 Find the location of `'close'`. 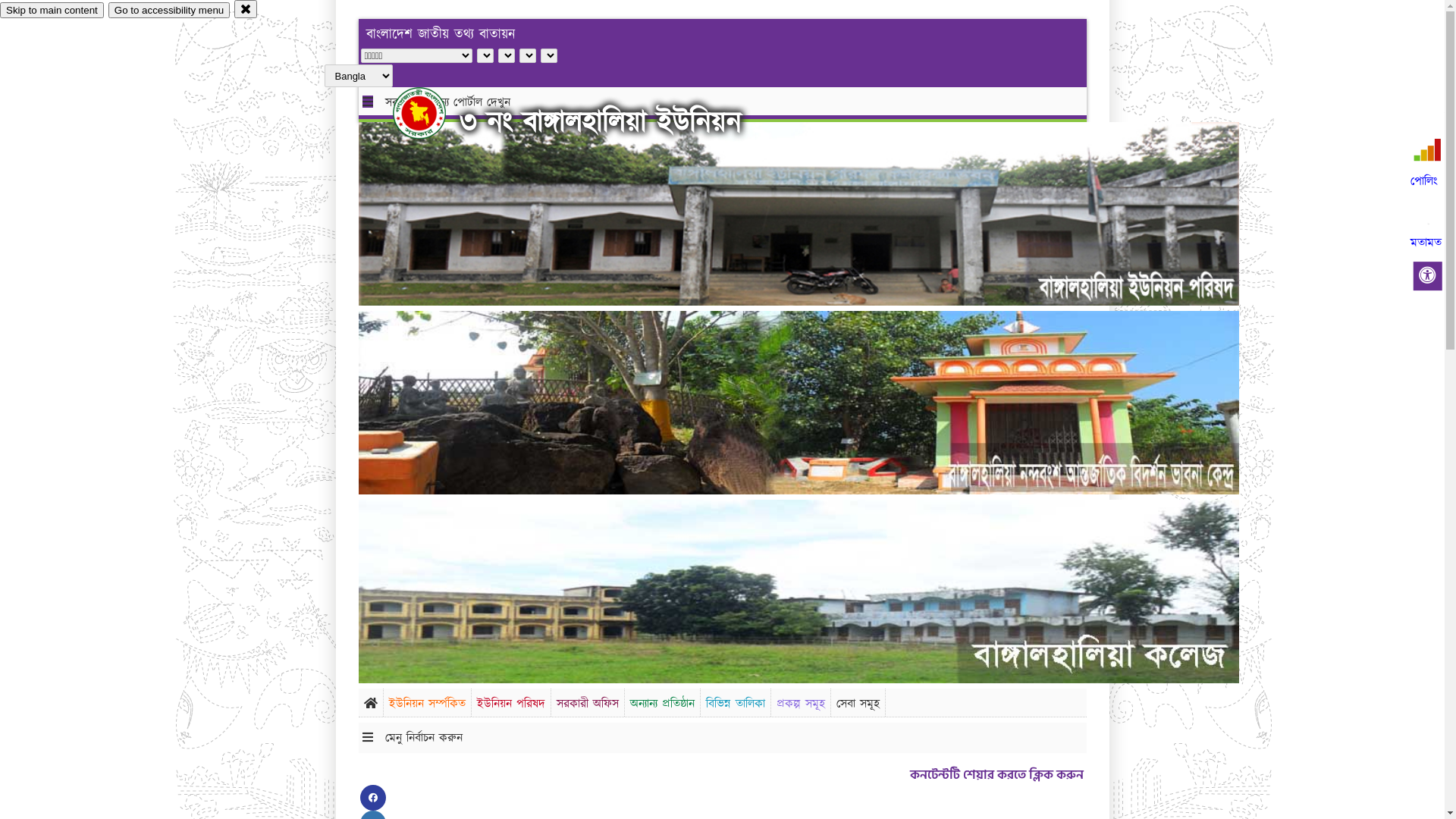

'close' is located at coordinates (246, 8).